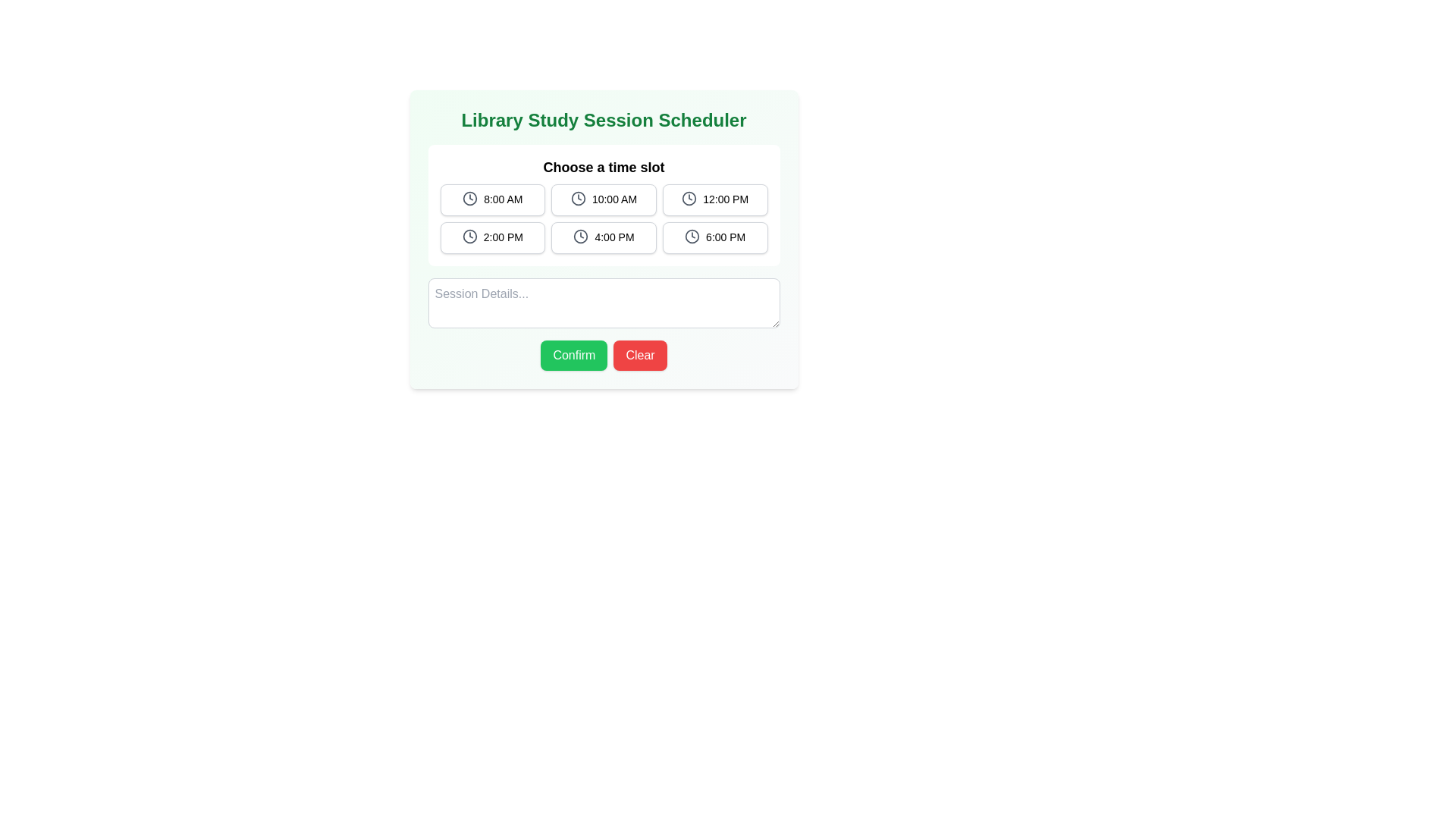  What do you see at coordinates (580, 237) in the screenshot?
I see `SVG circle element that serves as the boundary of the clock icon, visually representing time, located to the left of the '4:00 PM' time slot` at bounding box center [580, 237].